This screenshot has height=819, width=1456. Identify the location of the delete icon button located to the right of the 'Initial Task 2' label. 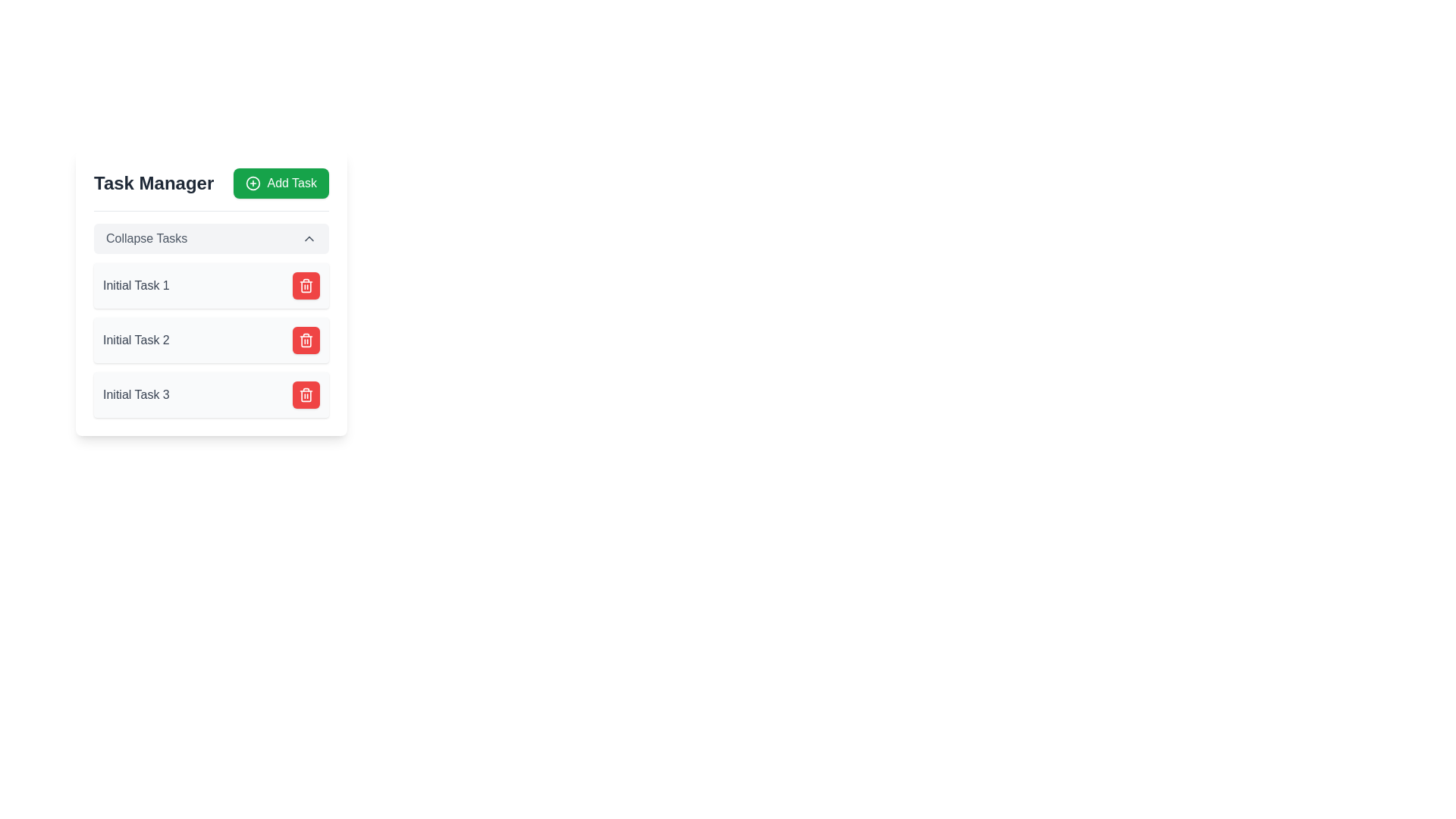
(305, 339).